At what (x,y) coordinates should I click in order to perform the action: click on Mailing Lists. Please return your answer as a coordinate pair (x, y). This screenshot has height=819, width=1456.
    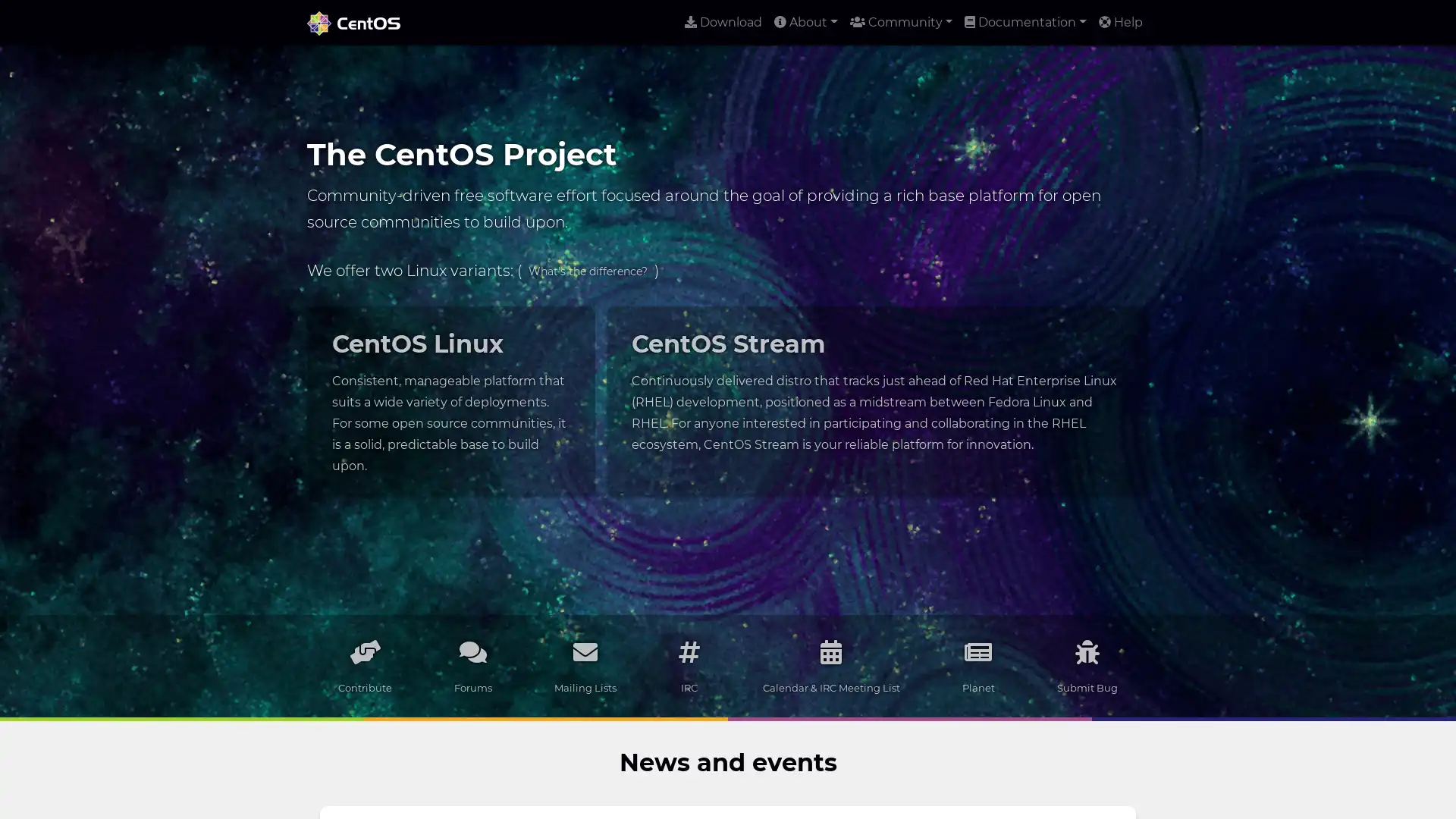
    Looking at the image, I should click on (585, 665).